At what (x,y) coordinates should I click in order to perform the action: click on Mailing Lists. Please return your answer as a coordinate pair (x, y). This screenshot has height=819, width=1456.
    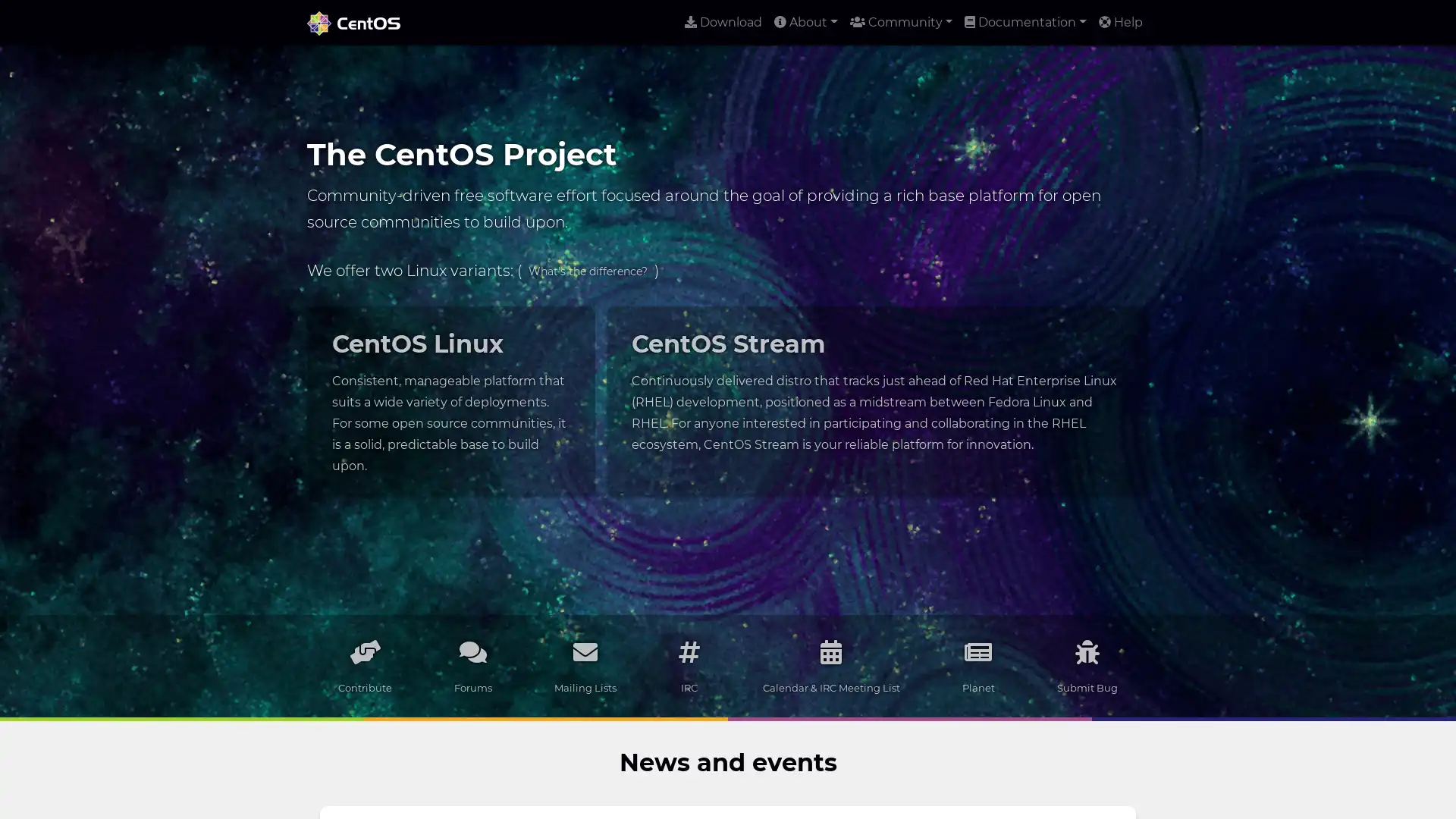
    Looking at the image, I should click on (585, 665).